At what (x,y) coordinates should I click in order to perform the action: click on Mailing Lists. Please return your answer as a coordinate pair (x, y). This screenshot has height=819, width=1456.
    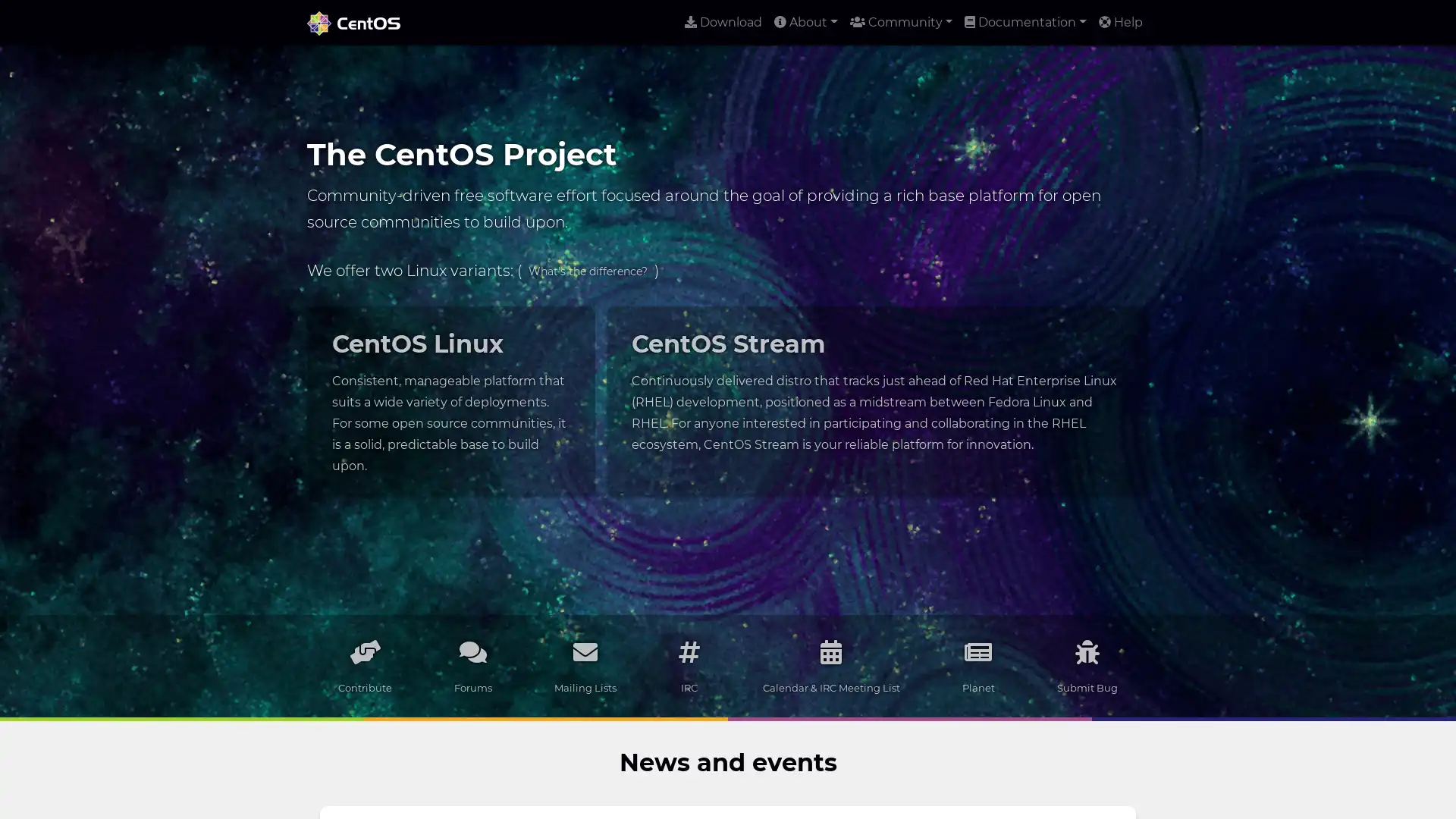
    Looking at the image, I should click on (585, 665).